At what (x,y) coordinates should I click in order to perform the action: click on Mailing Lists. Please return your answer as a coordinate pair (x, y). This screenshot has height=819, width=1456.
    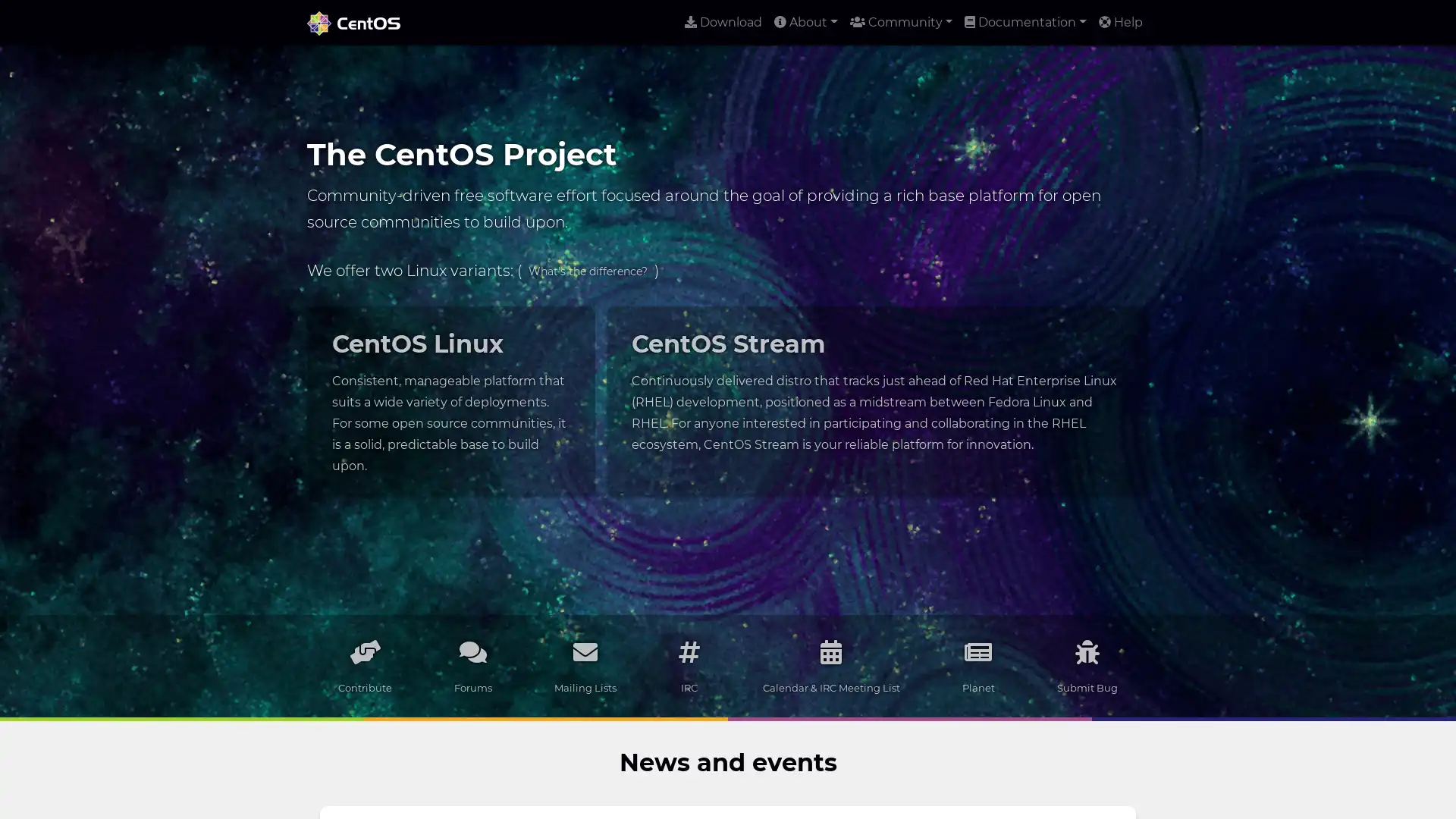
    Looking at the image, I should click on (585, 665).